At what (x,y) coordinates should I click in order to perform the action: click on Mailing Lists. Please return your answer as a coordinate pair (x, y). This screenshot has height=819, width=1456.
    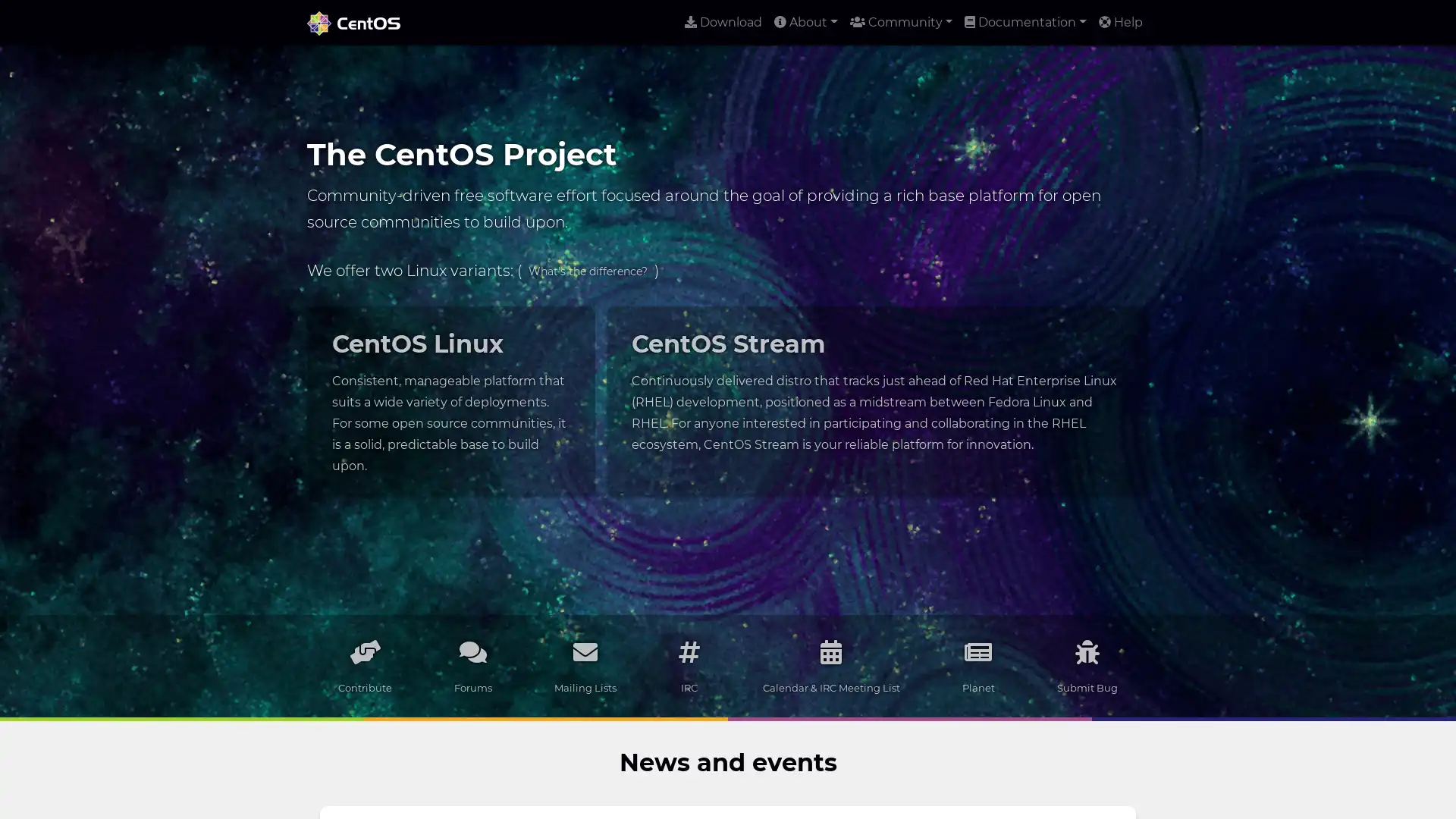
    Looking at the image, I should click on (585, 665).